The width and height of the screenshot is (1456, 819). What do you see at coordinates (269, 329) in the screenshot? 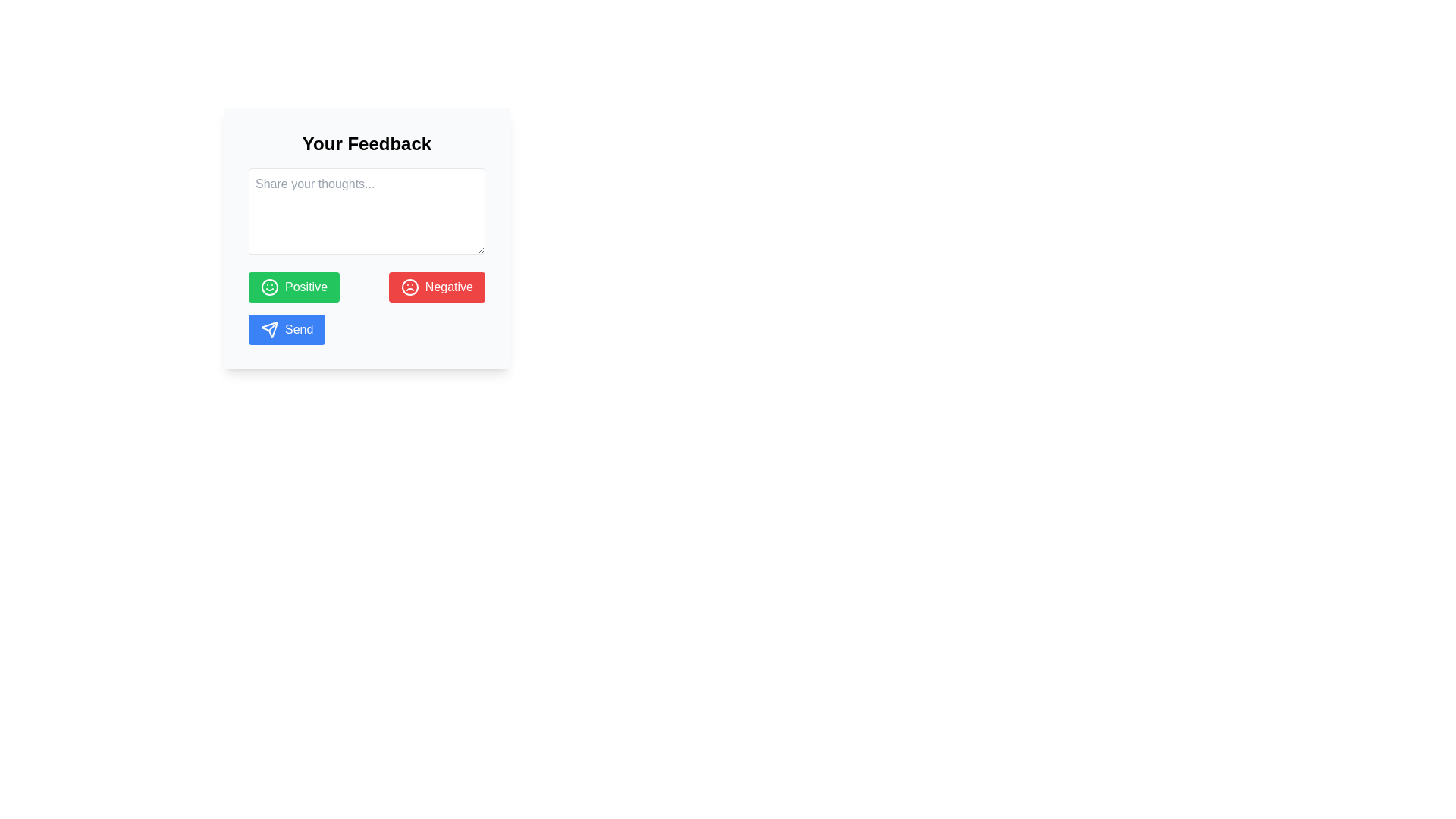
I see `the paper plane icon located to the left of the 'Send' text in the Send button` at bounding box center [269, 329].